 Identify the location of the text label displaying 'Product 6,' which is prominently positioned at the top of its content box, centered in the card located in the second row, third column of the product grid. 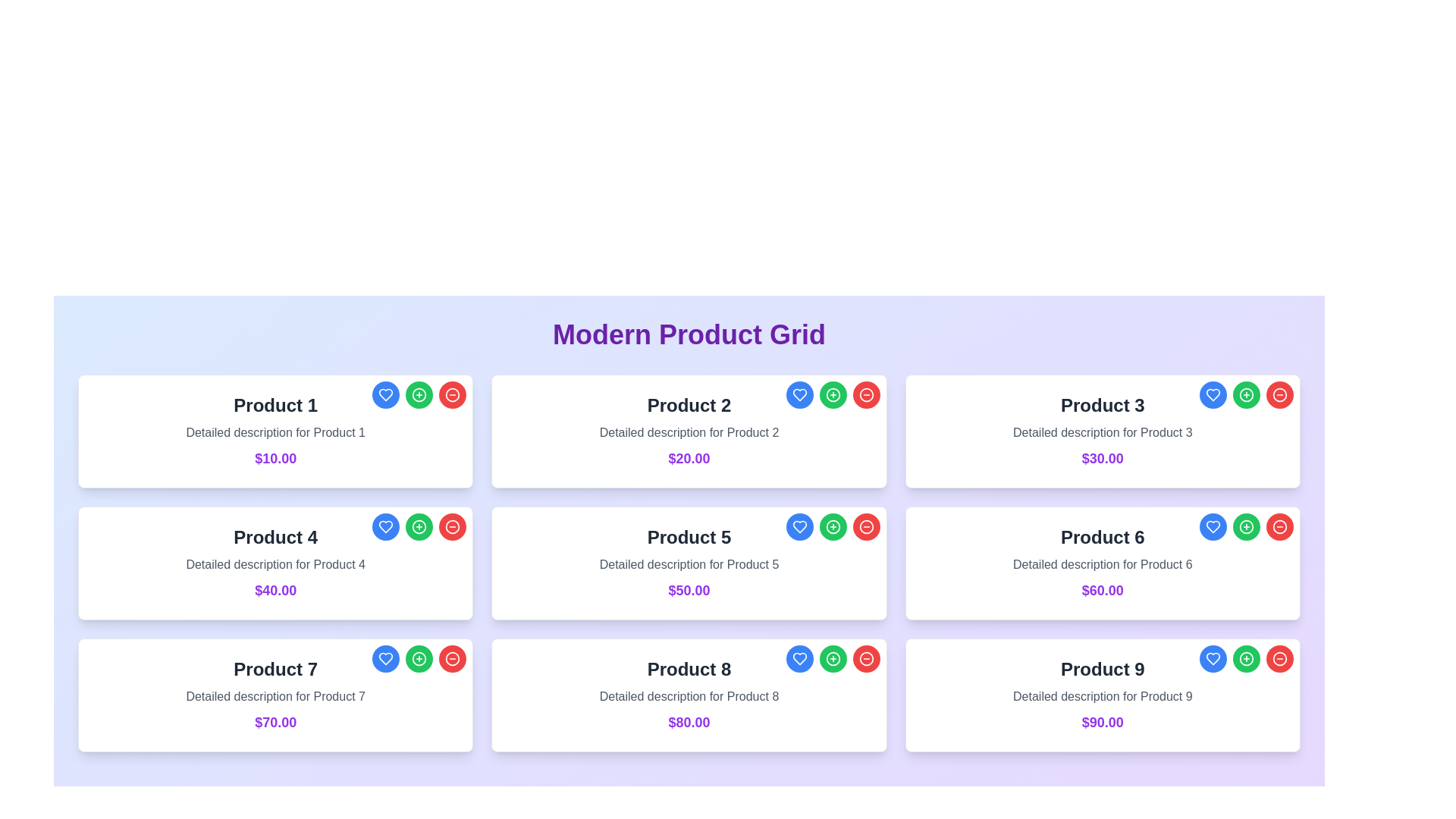
(1103, 537).